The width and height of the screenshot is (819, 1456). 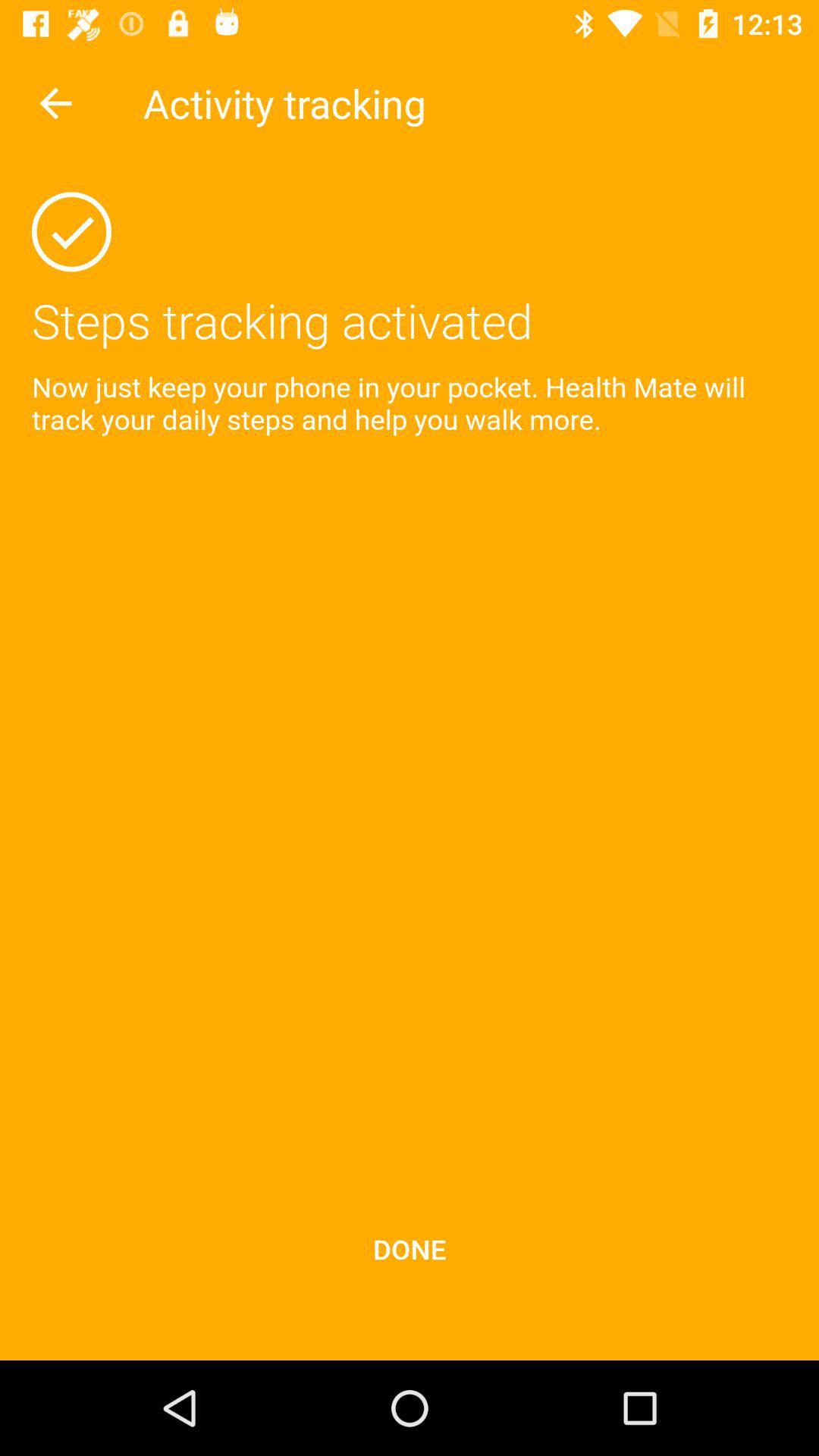 I want to click on the item next to the activity tracking icon, so click(x=55, y=102).